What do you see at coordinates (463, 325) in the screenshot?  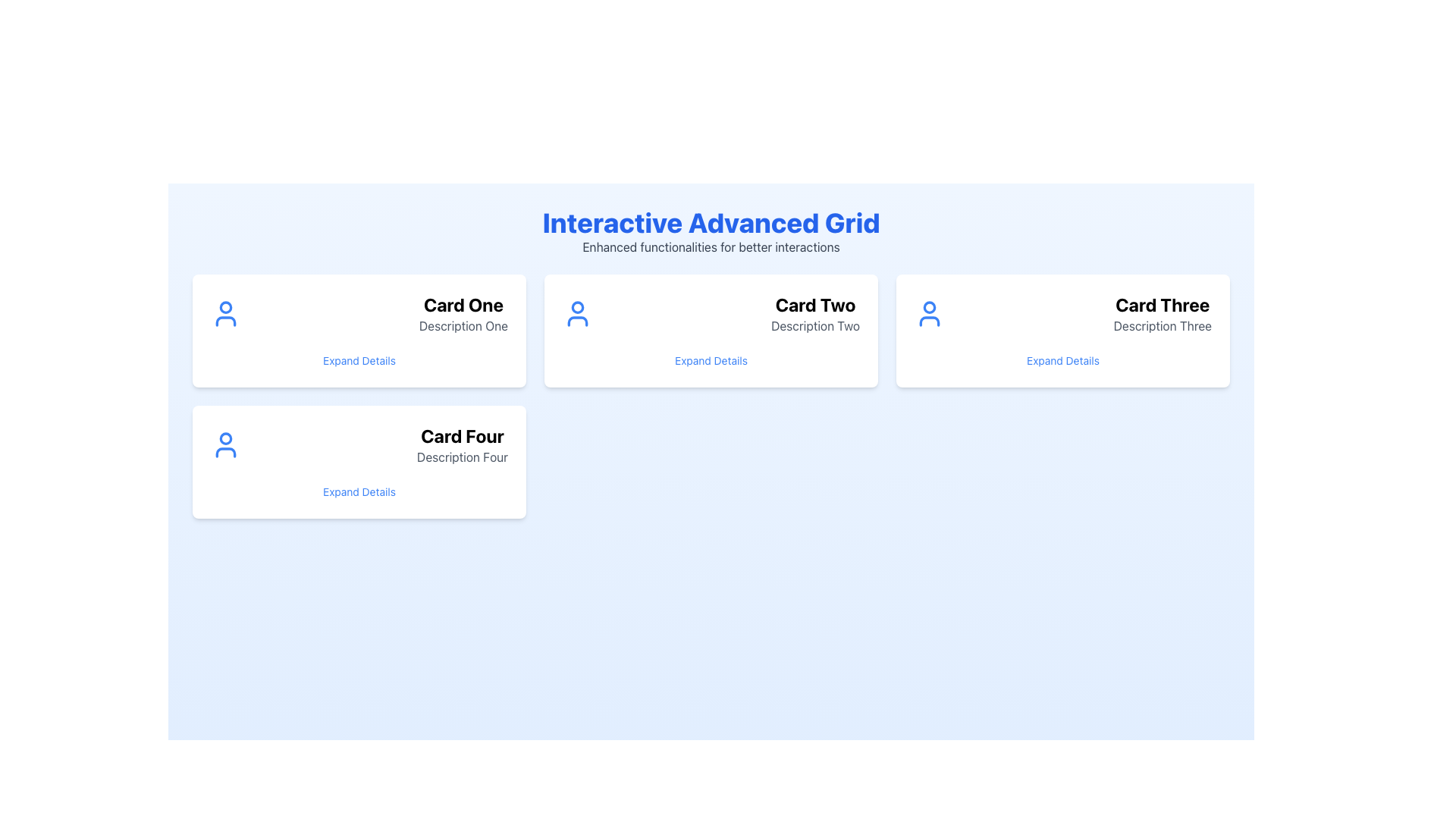 I see `the text label 'Description One' styled in gray color, located beneath the 'Card One' title` at bounding box center [463, 325].